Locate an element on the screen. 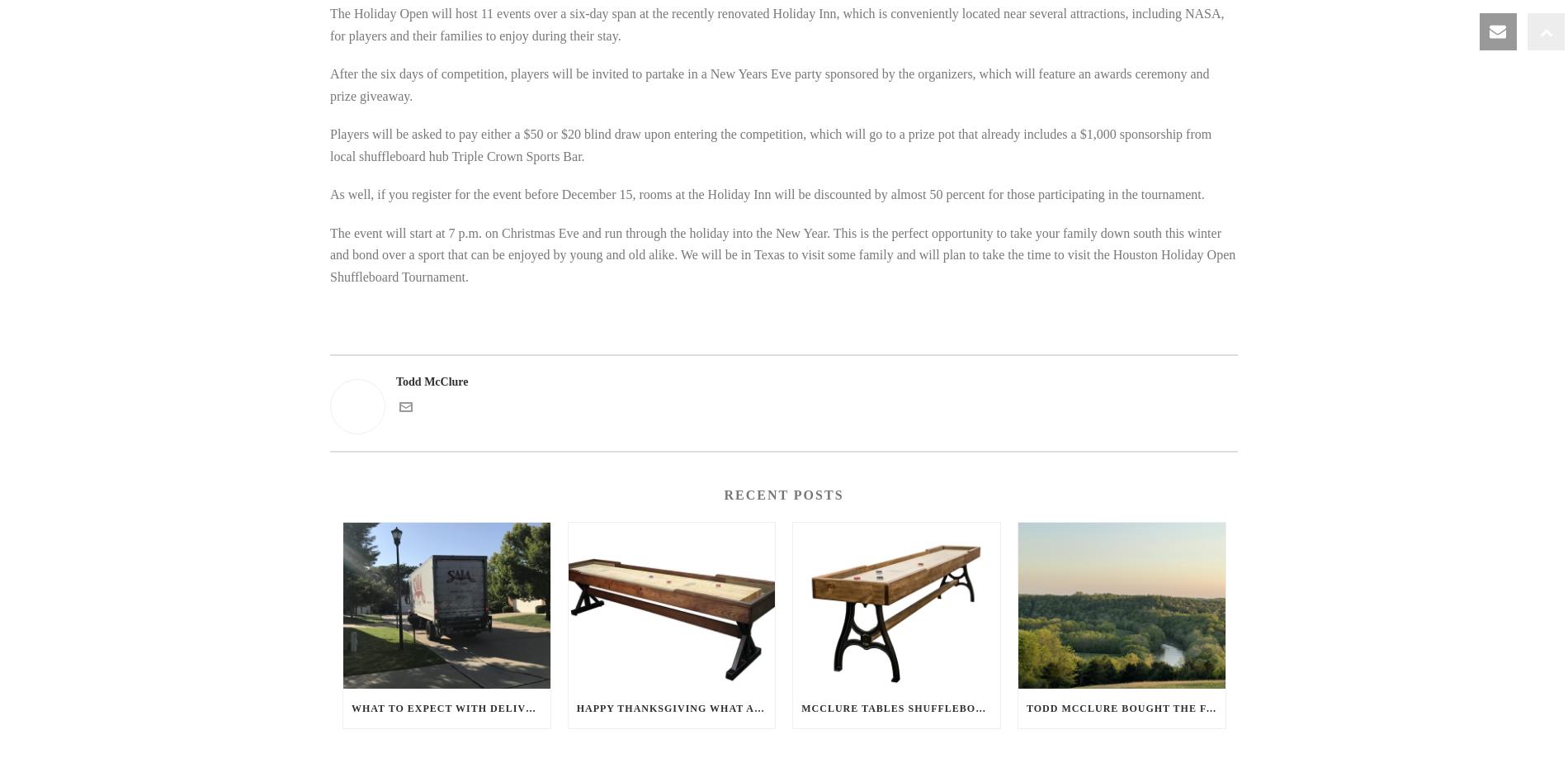  'The event will start at 7 p.m. on Christmas Eve and run through the holiday into the New Year. This is the perfect opportunity to take your family down south this winter and bond over a sport that can be enjoyed by young and old alike. We will be in Texas to visit some family and will plan to take the time to visit the Houston Holiday Open Shuffleboard Tournament.' is located at coordinates (782, 254).